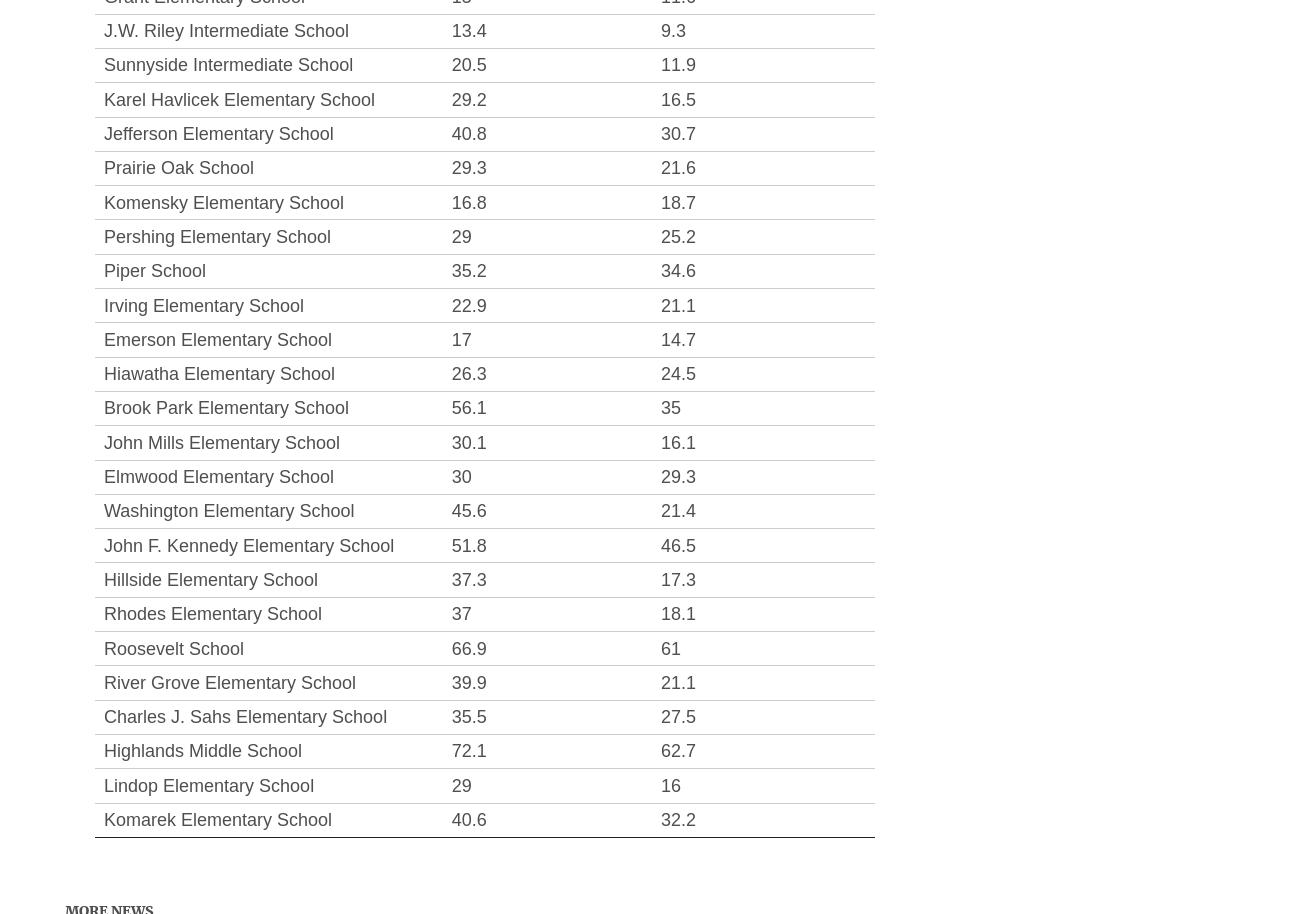 The width and height of the screenshot is (1300, 914). I want to click on '14.7', so click(677, 338).